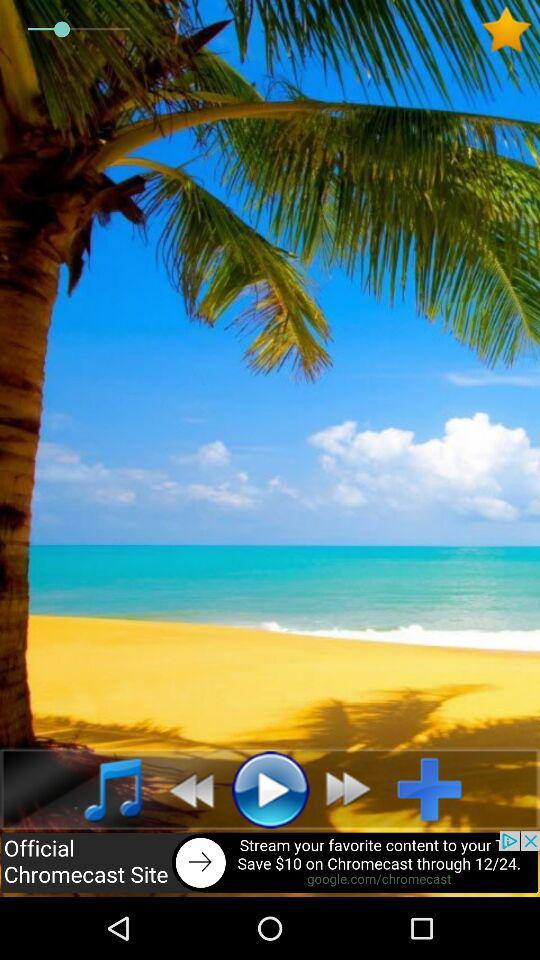 The height and width of the screenshot is (960, 540). What do you see at coordinates (270, 789) in the screenshot?
I see `the play icon` at bounding box center [270, 789].